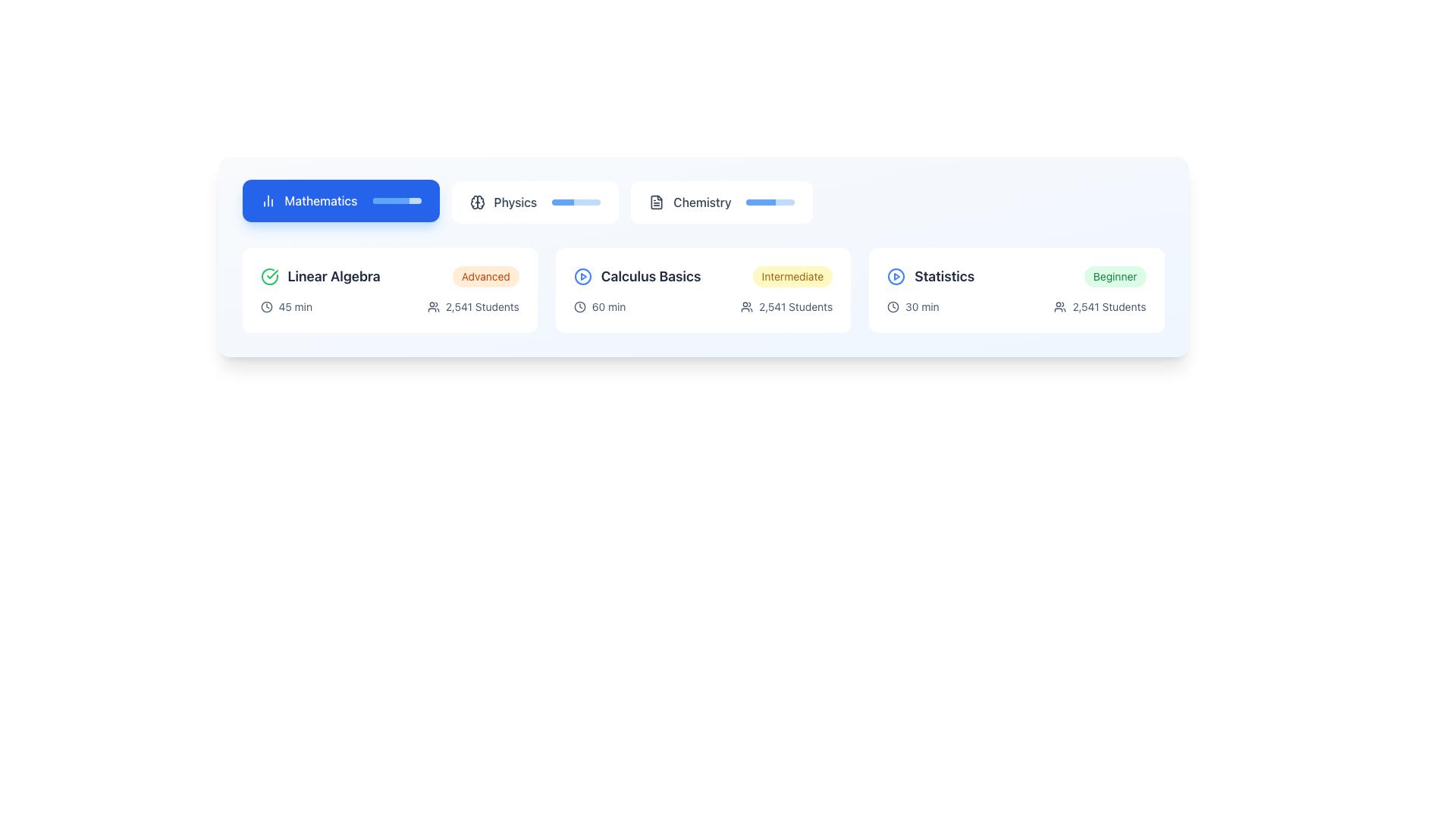 The width and height of the screenshot is (1456, 819). What do you see at coordinates (770, 201) in the screenshot?
I see `the horizontal progress bar with a light blue background, located to the right of the 'Chemistry' label in the 'Chemistry' card` at bounding box center [770, 201].